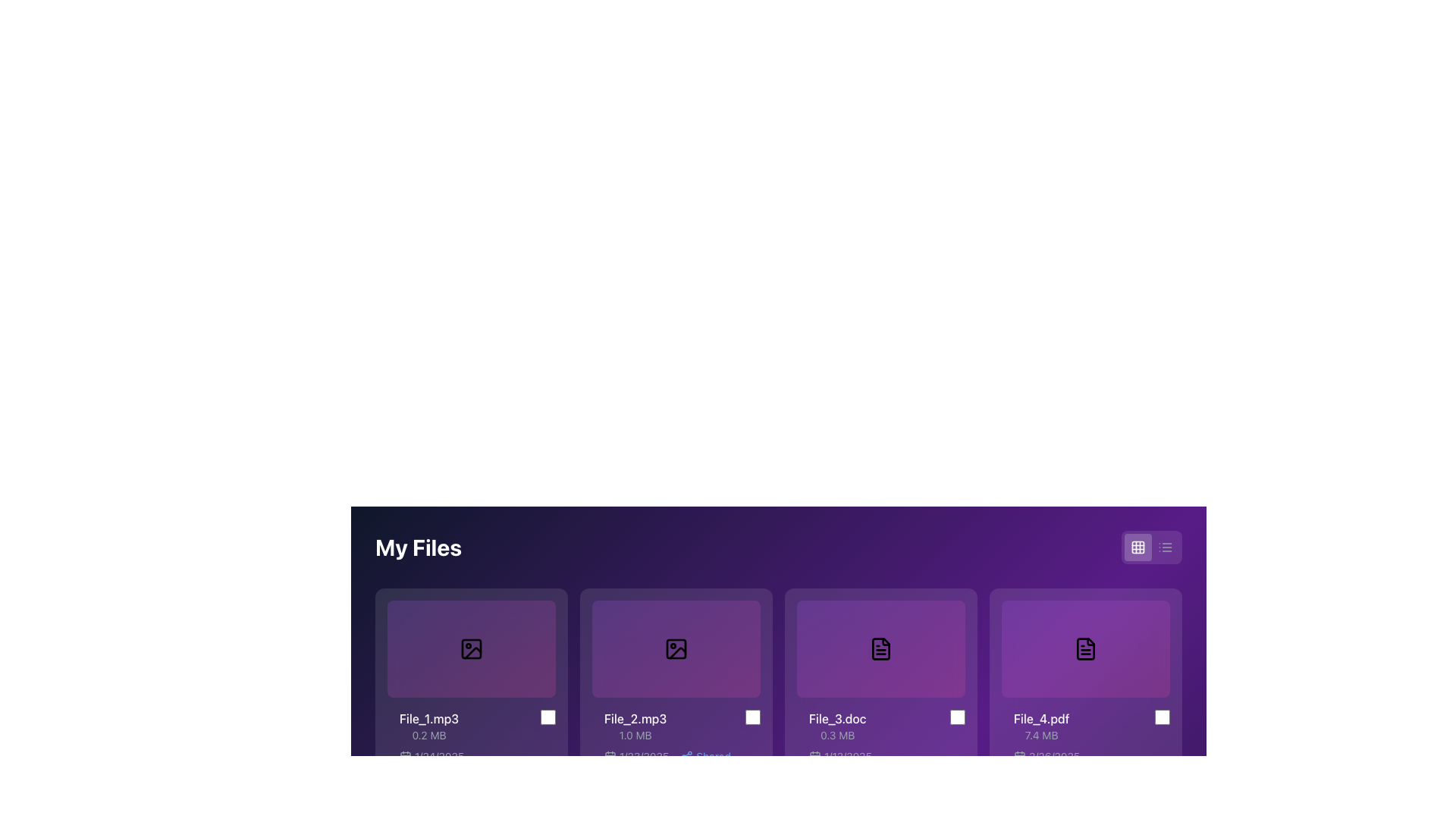 The width and height of the screenshot is (1456, 819). I want to click on the SVG icon with a dark outline against a purple background located in the first tile under the 'My Files' section, so click(471, 648).